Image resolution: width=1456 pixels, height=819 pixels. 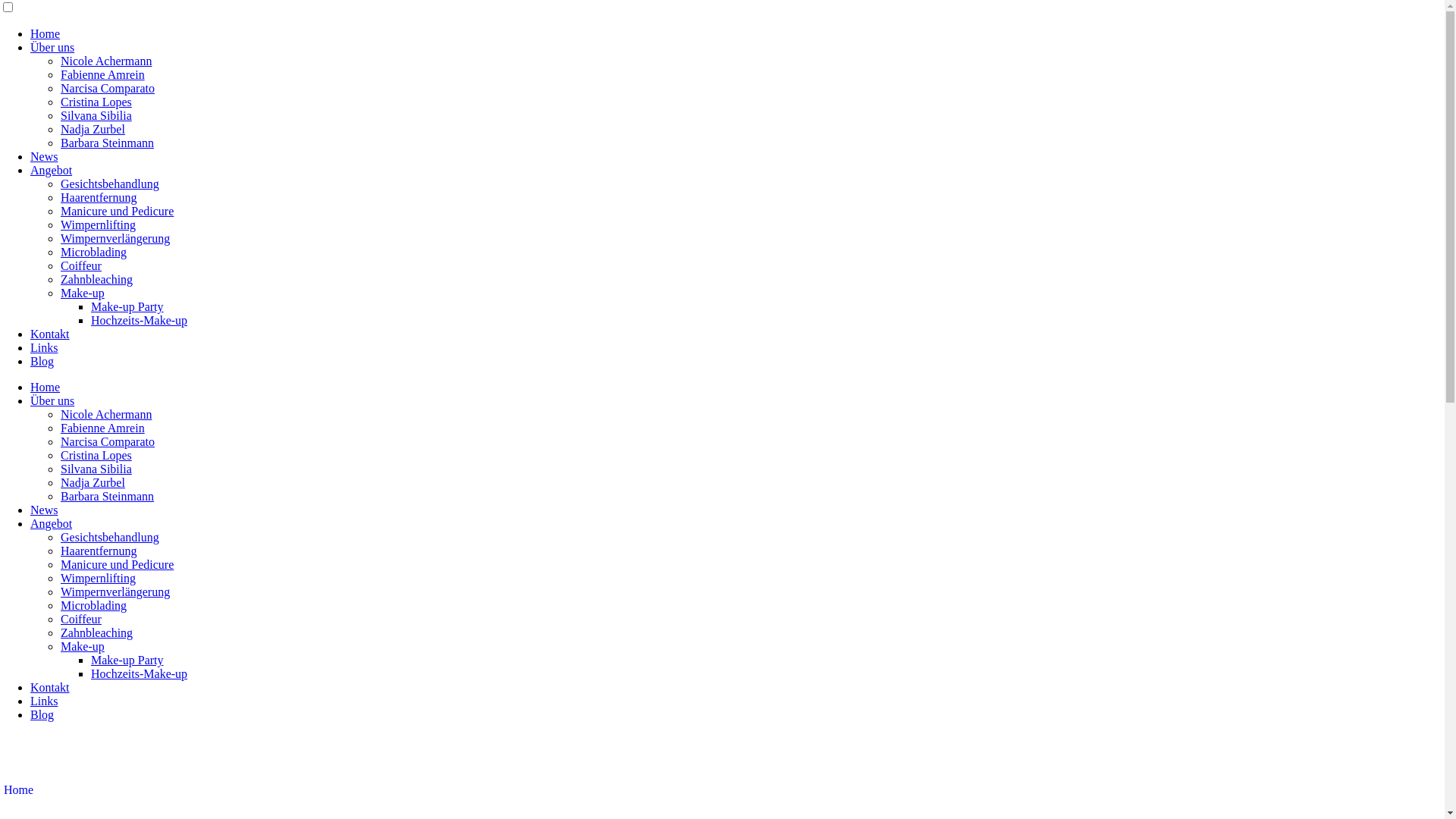 What do you see at coordinates (92, 482) in the screenshot?
I see `'Nadja Zurbel'` at bounding box center [92, 482].